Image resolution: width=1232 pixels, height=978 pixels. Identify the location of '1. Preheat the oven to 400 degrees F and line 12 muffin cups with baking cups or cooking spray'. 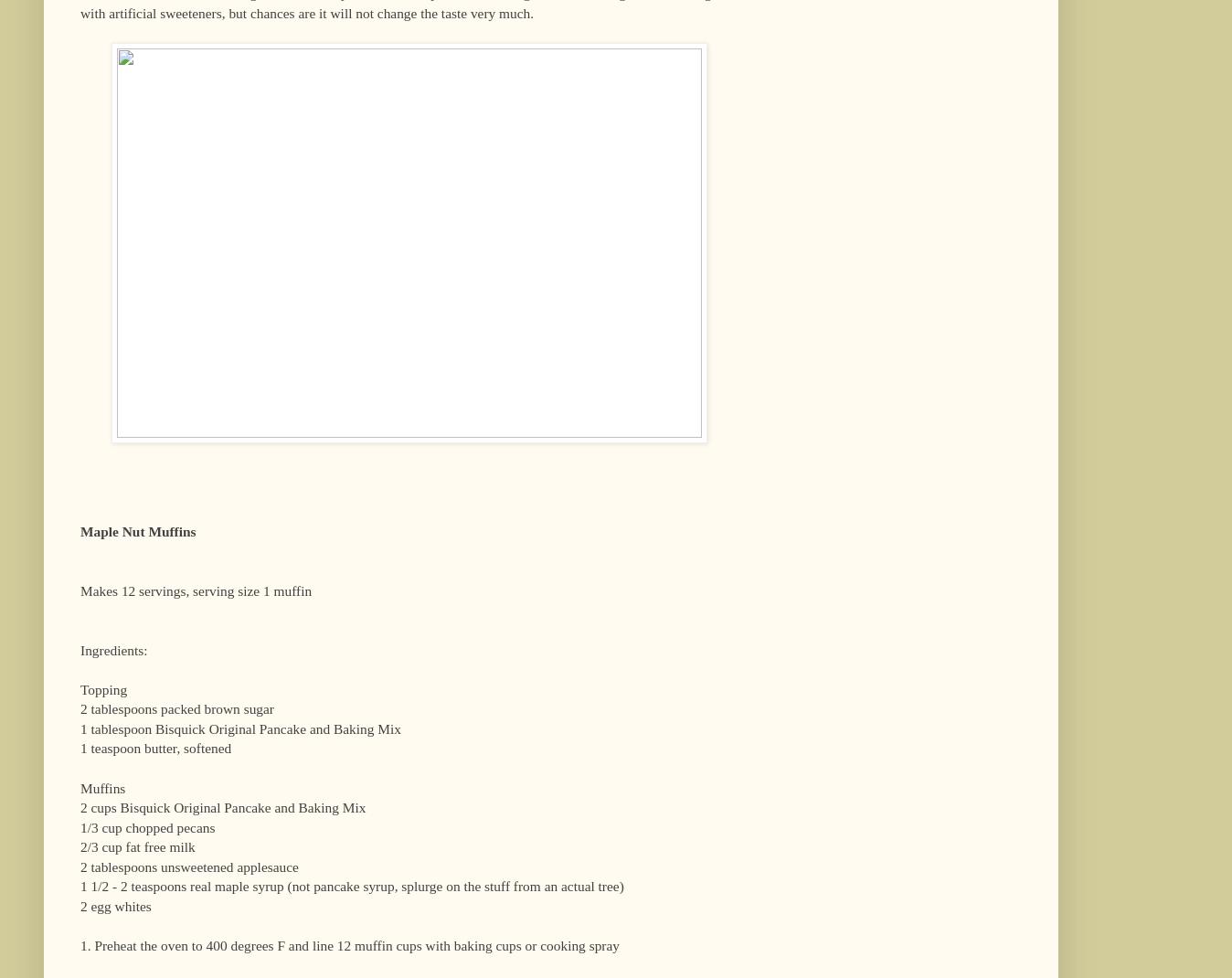
(348, 945).